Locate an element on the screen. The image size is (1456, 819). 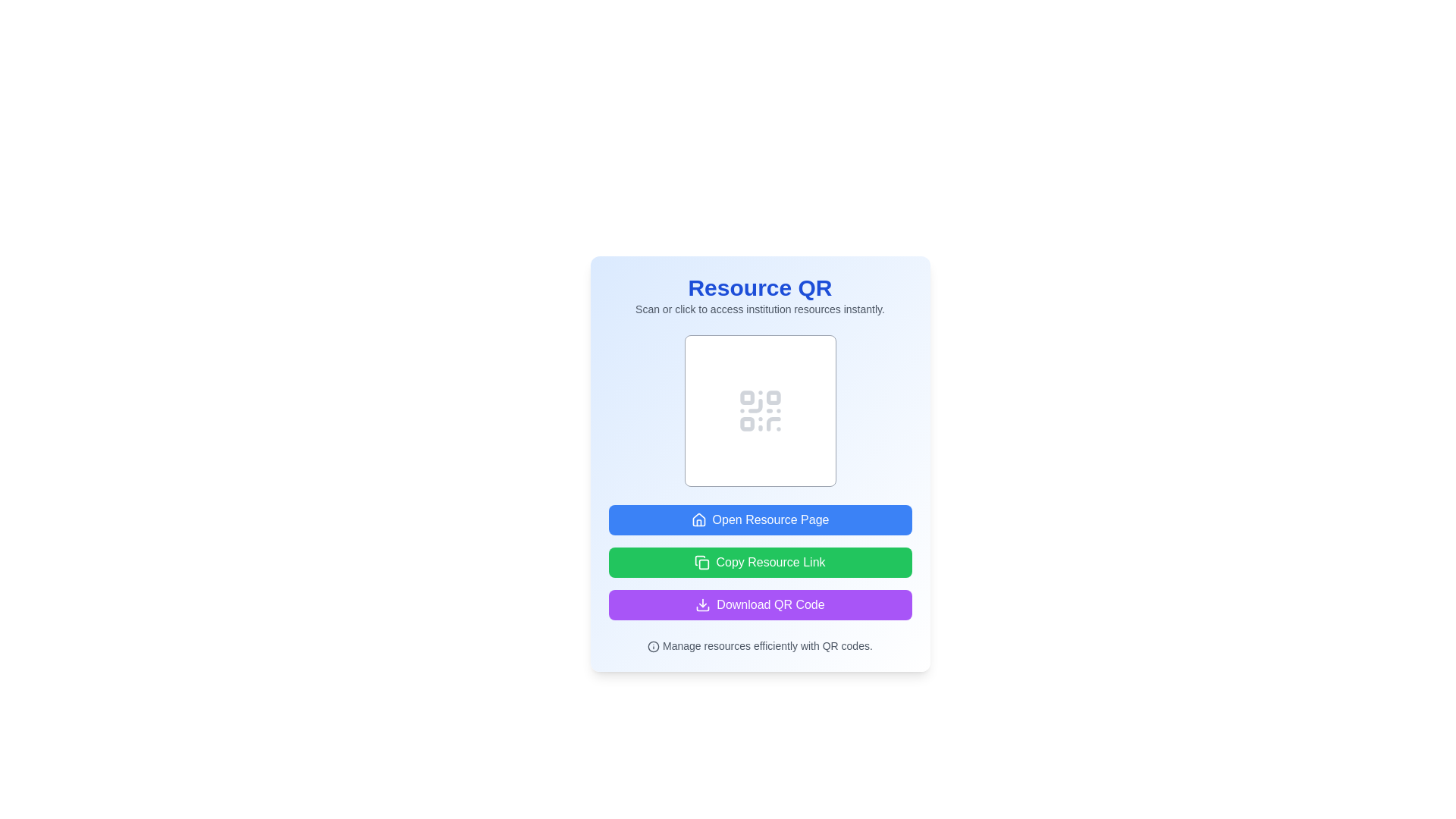
the Visual Placeholder that serves as a QR code representation, located centrally below the 'Resource QR' text and above the buttons for 'Open Resource Page,' 'Copy Resource Link,' and 'Download QR Code.' is located at coordinates (760, 411).